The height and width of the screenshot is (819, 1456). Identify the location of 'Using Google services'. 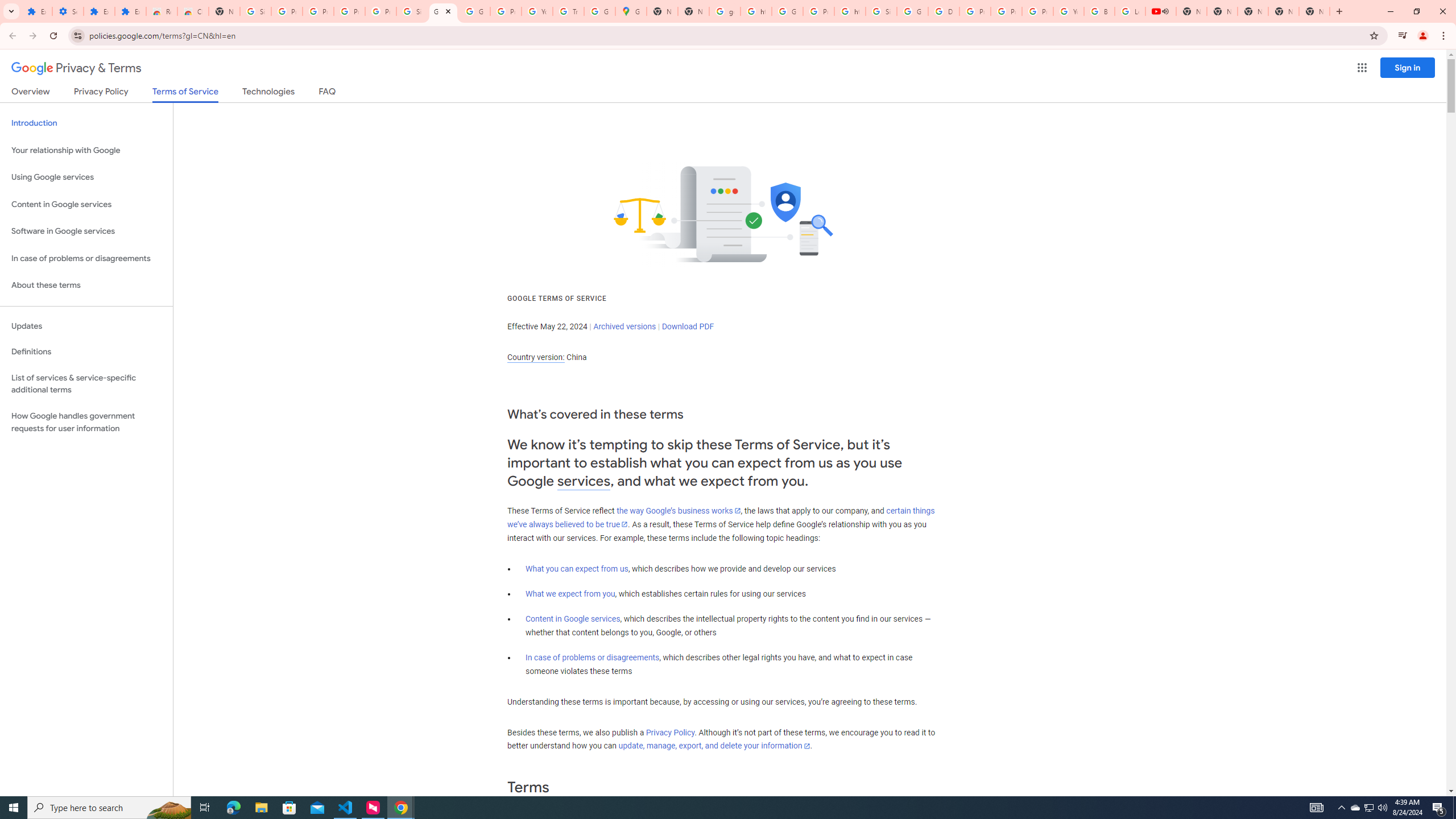
(86, 176).